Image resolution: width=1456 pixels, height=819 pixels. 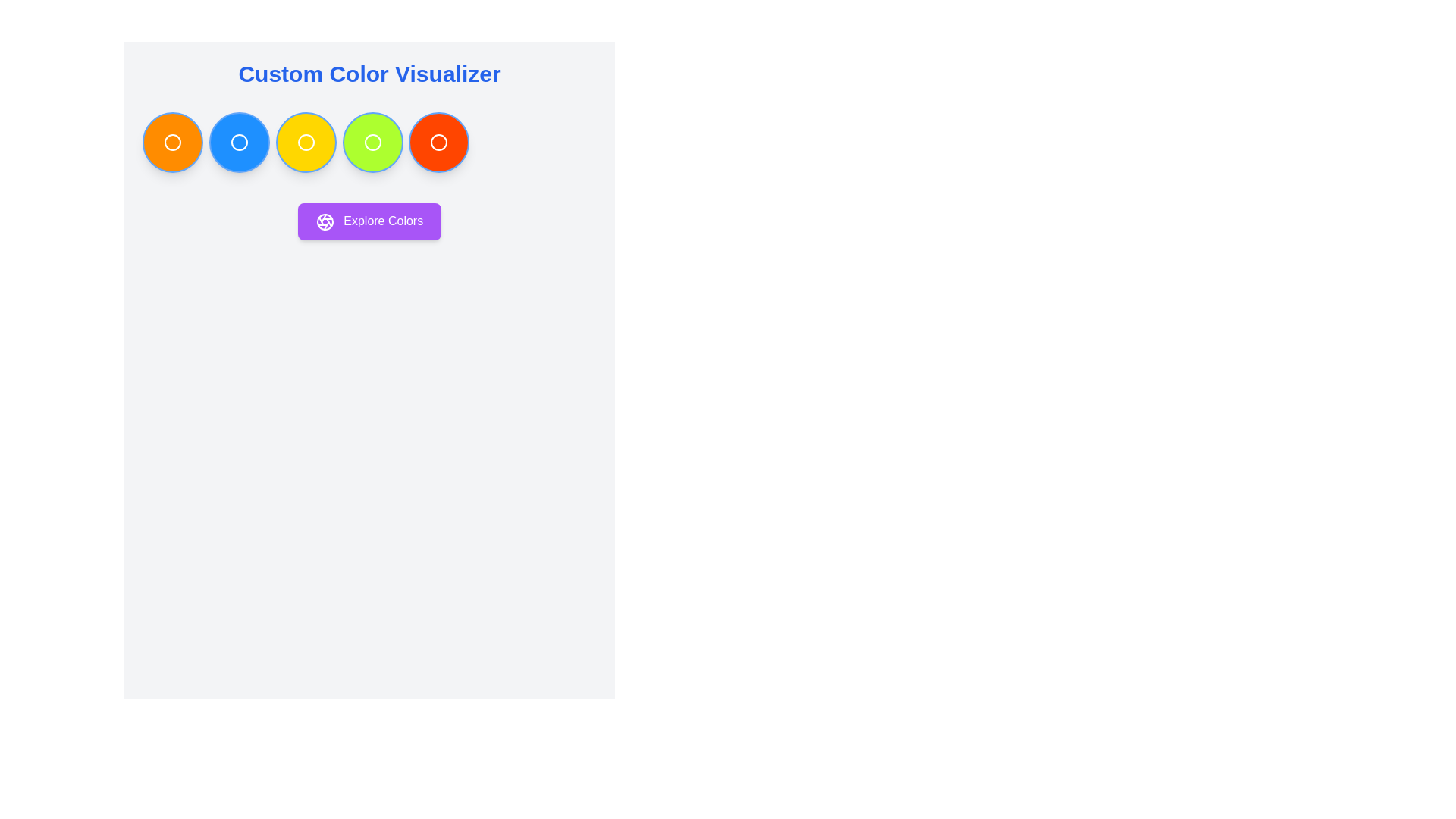 I want to click on the central icon of the fourth button from the left in the group of five buttons below the 'Custom Color Visualizer' title, so click(x=372, y=143).